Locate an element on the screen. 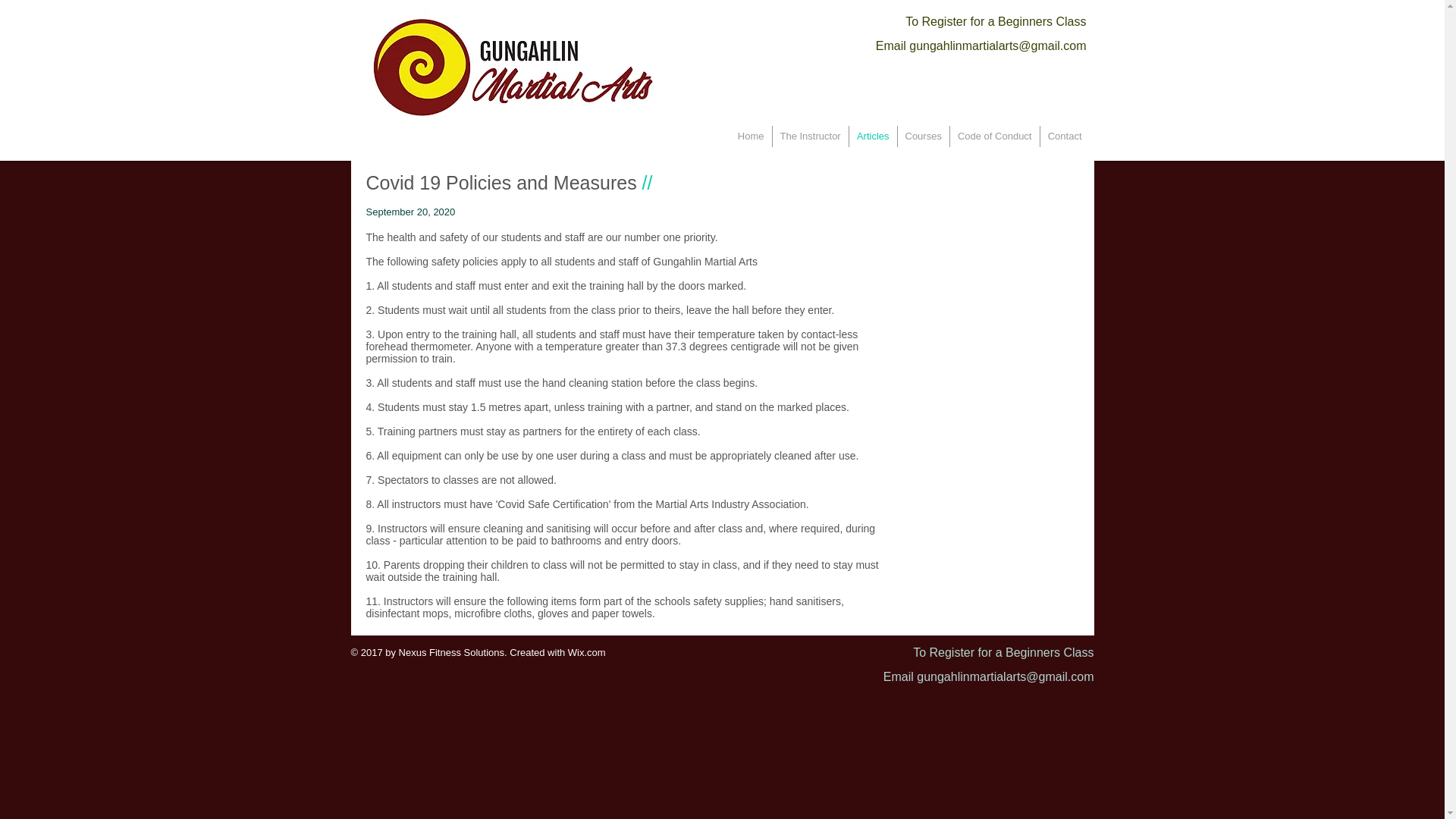  'Wix.com' is located at coordinates (585, 651).